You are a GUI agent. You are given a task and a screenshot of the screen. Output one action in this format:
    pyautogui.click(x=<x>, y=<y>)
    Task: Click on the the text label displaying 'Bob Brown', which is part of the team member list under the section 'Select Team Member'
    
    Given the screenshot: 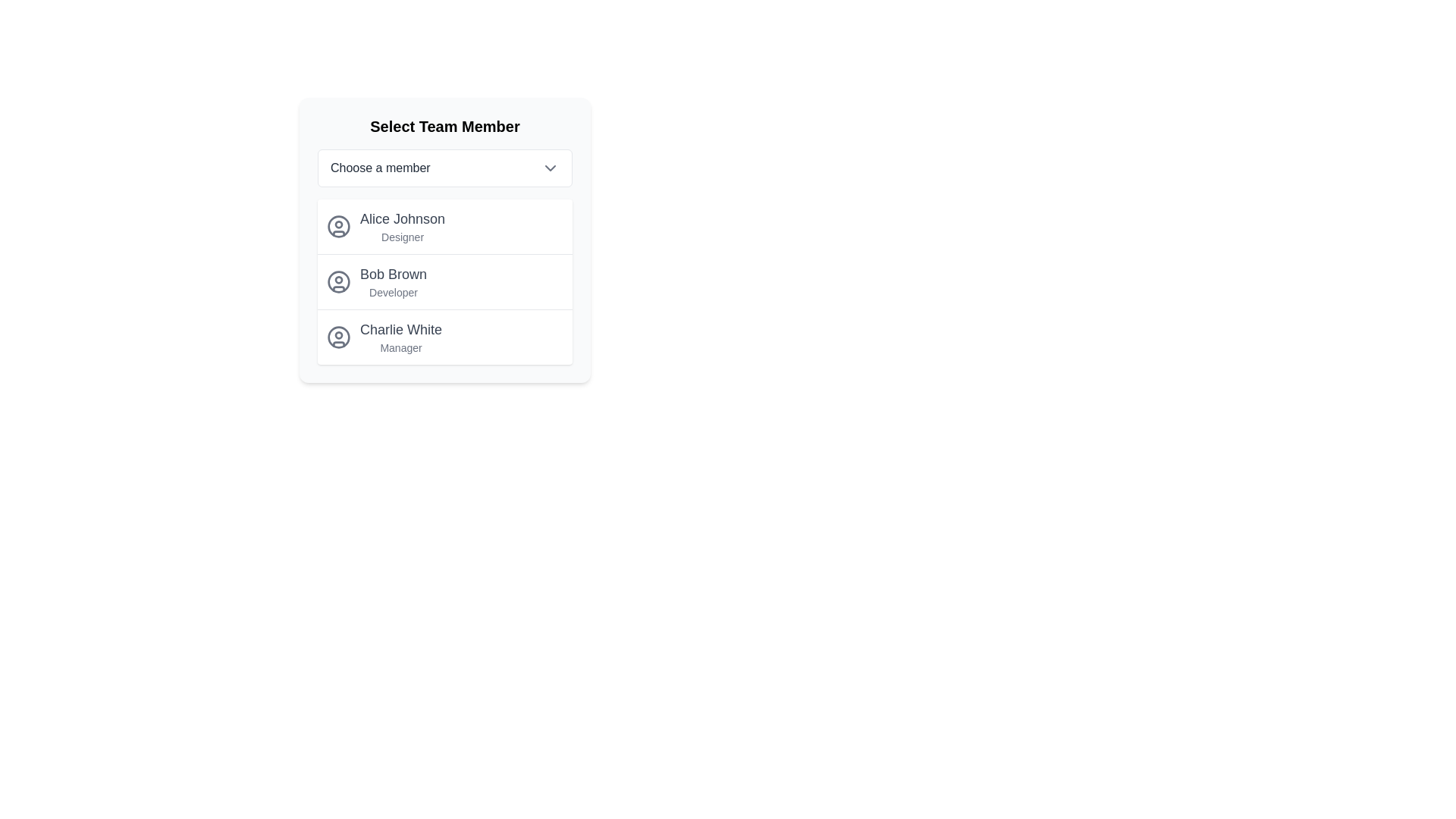 What is the action you would take?
    pyautogui.click(x=393, y=275)
    